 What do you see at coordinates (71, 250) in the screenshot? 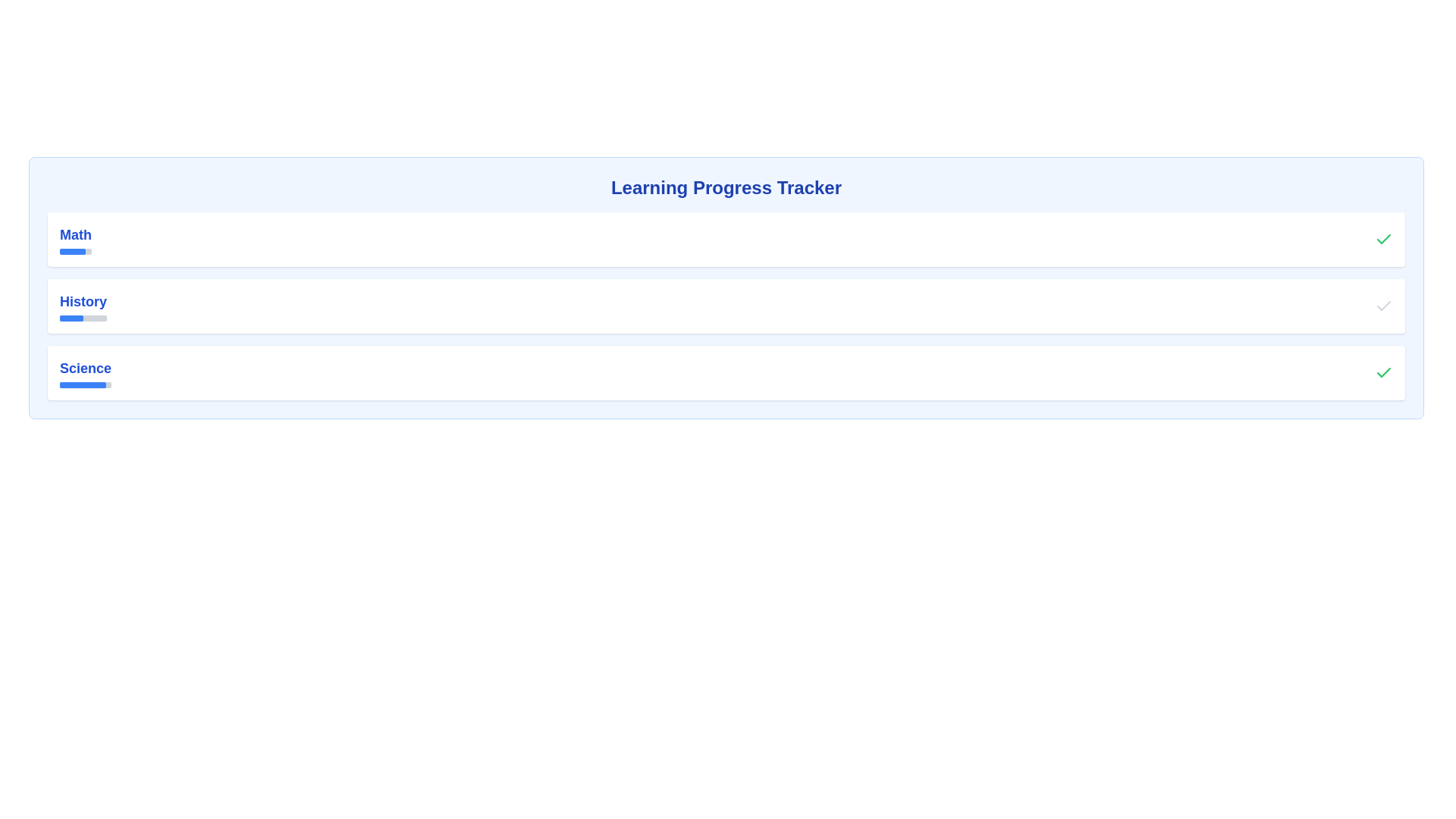
I see `the progress bar that visually represents 80% completion for the subject 'Math' in the progress tracker` at bounding box center [71, 250].